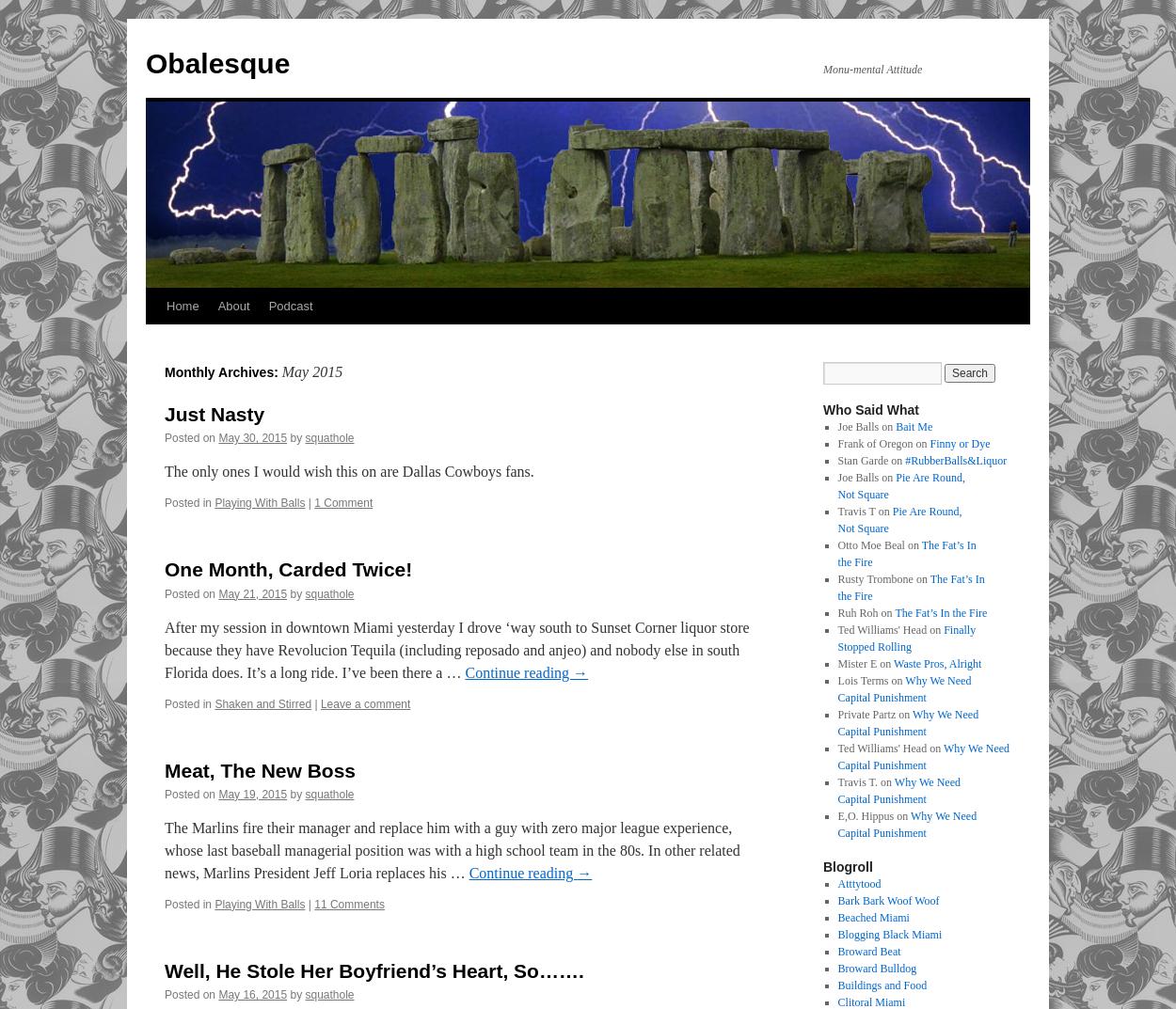 Image resolution: width=1176 pixels, height=1009 pixels. What do you see at coordinates (348, 470) in the screenshot?
I see `'The only ones I would wish this on are Dallas Cowboys fans.'` at bounding box center [348, 470].